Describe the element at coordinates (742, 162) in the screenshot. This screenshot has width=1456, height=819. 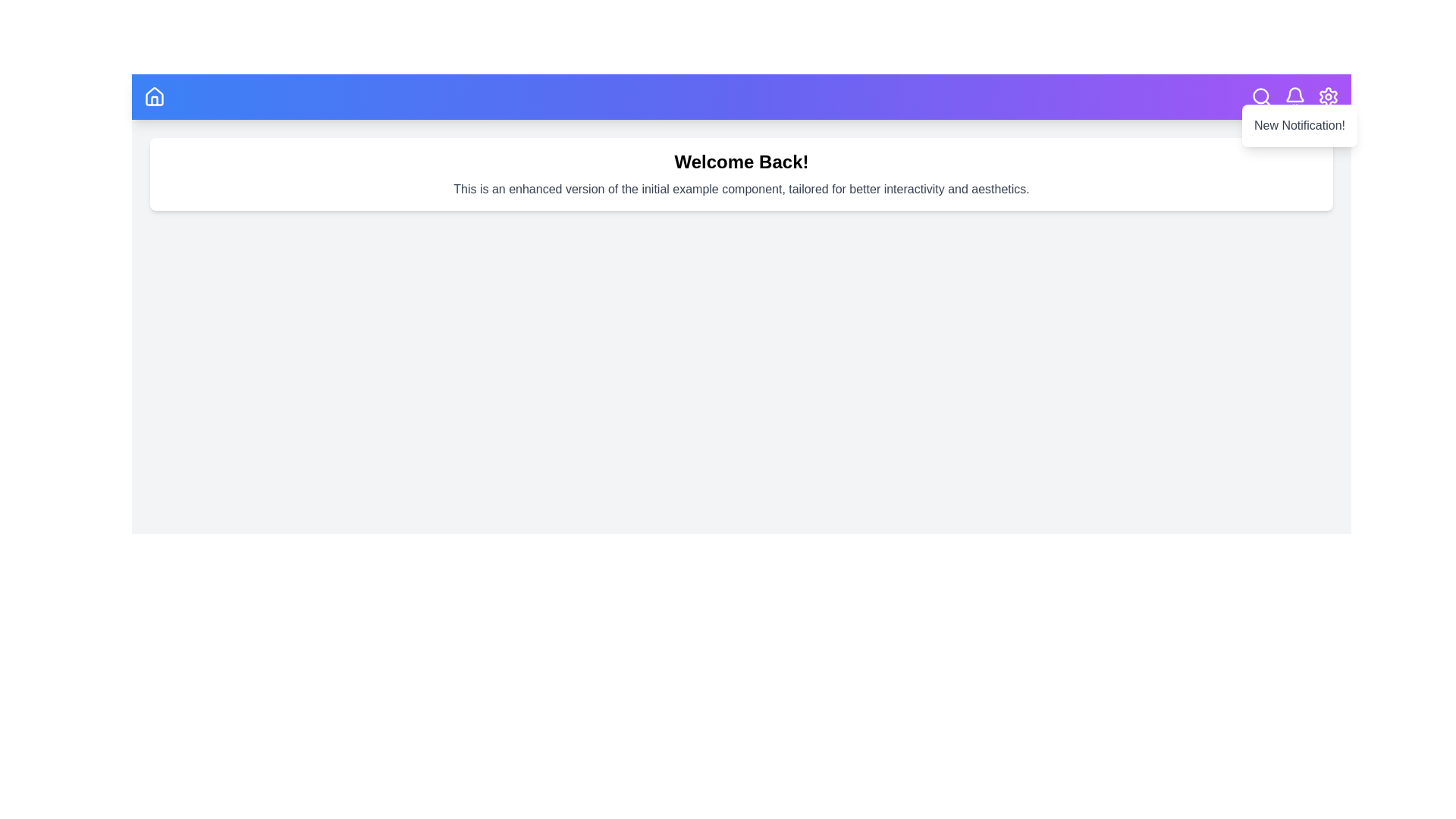
I see `the 'Welcome Back!' heading` at that location.